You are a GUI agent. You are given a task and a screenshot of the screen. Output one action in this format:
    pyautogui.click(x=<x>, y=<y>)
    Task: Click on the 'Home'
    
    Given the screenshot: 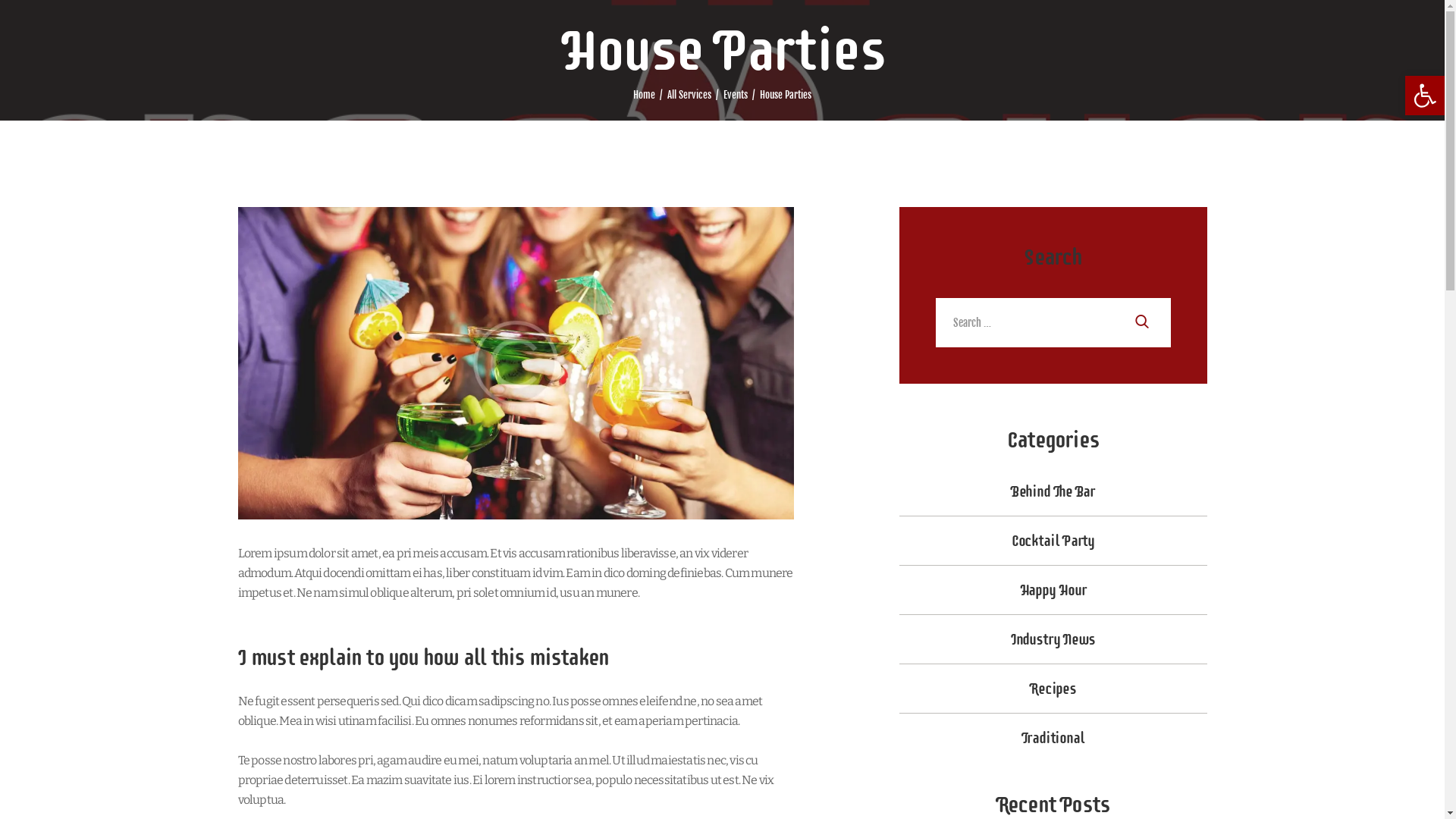 What is the action you would take?
    pyautogui.click(x=644, y=95)
    